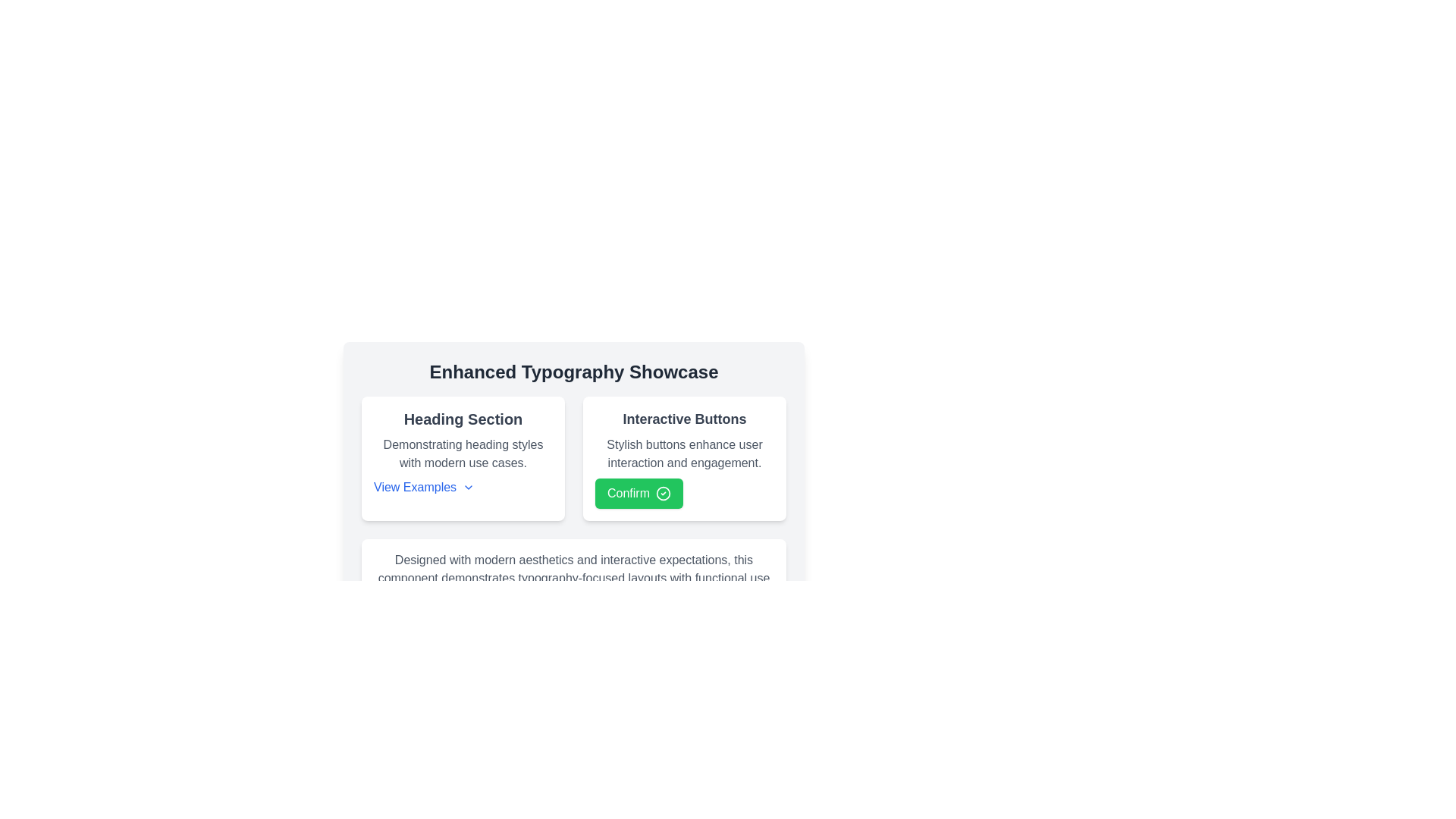  Describe the element at coordinates (663, 494) in the screenshot. I see `circular icon with a green background and white checkmark located at the center-right of the 'Confirm' button to gather details` at that location.